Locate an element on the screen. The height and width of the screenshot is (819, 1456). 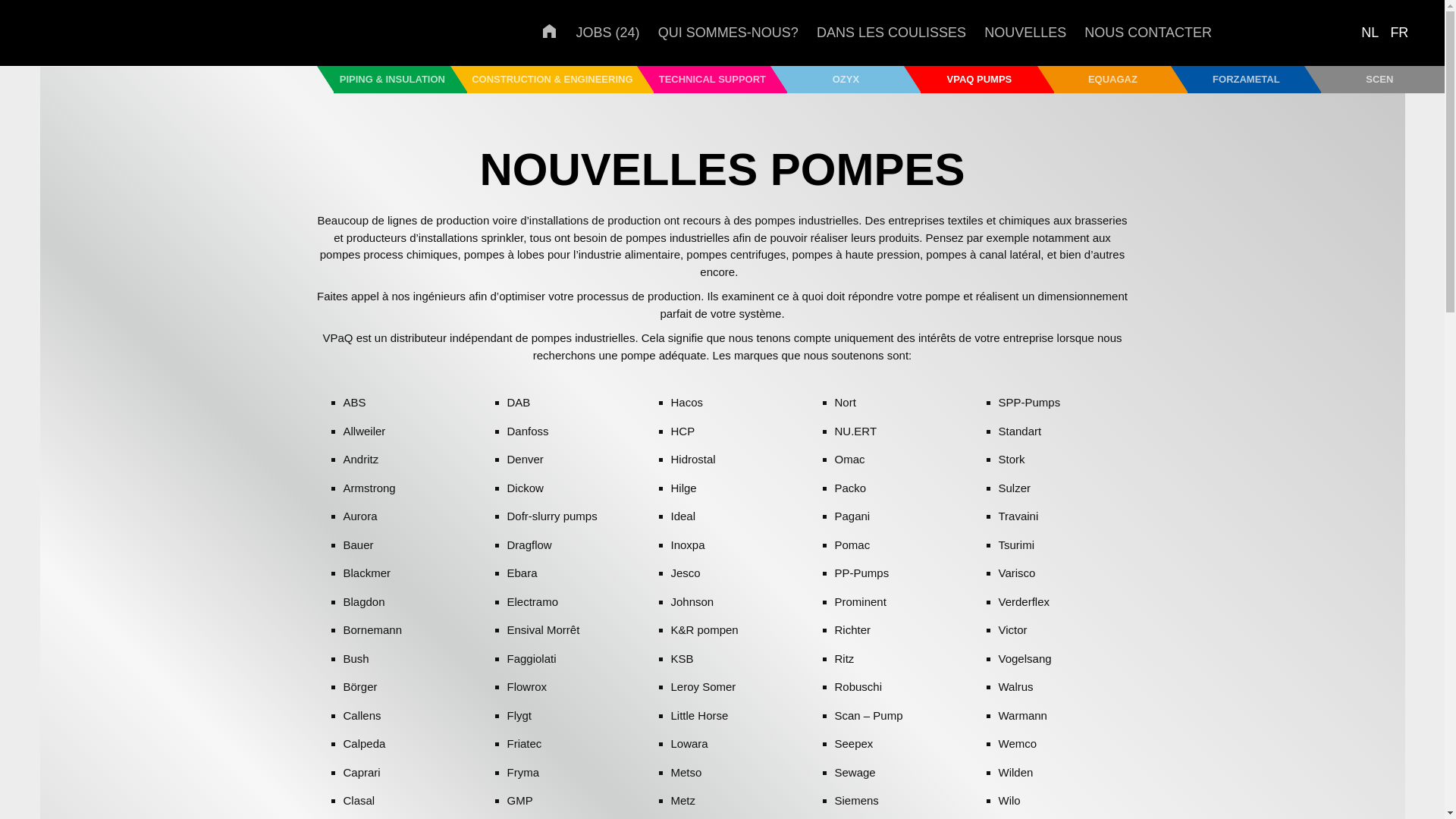
'QUI SOMMES-NOUS?' is located at coordinates (728, 32).